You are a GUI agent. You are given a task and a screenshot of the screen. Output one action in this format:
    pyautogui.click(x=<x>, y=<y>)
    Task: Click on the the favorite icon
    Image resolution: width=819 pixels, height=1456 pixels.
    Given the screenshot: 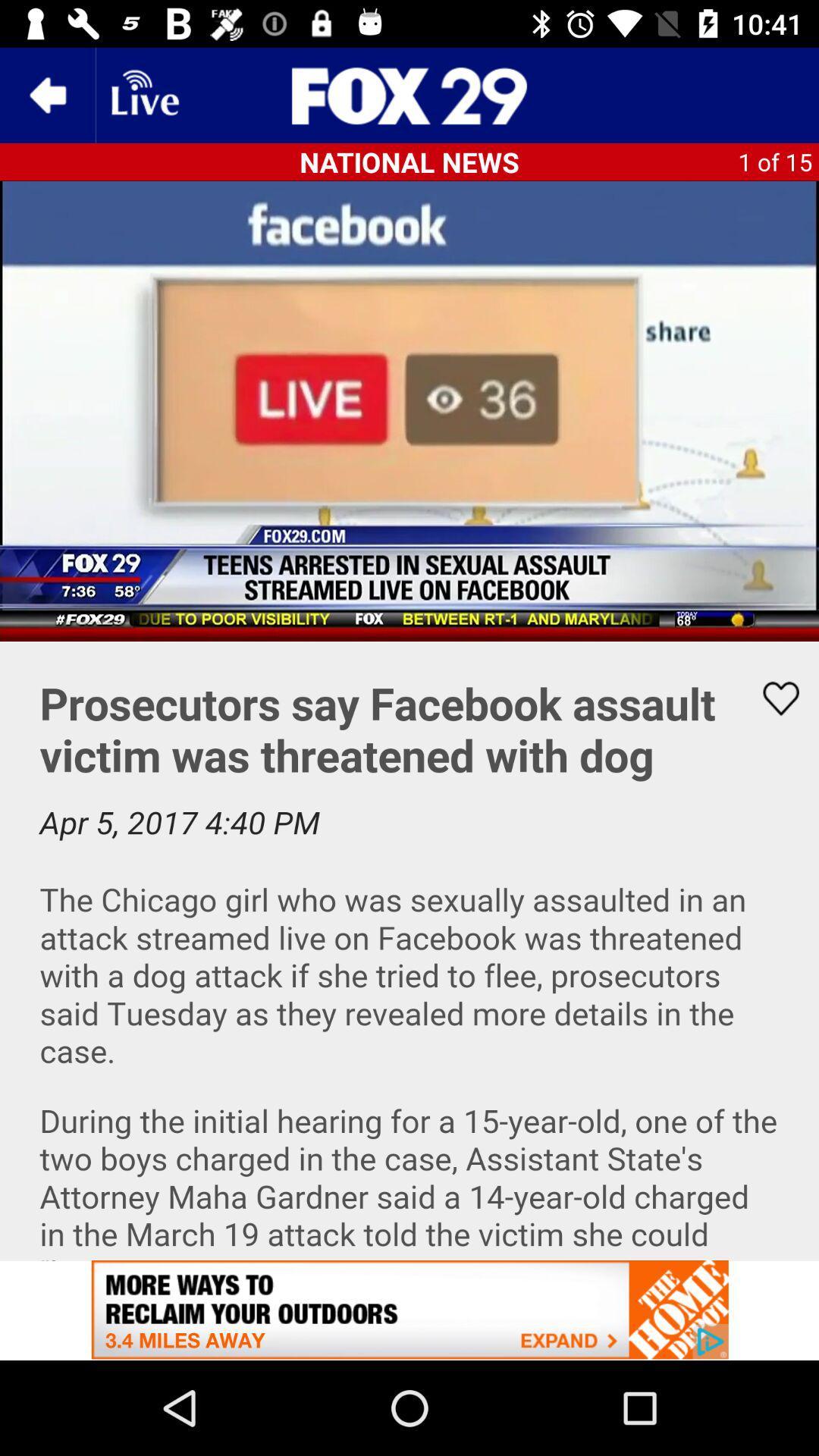 What is the action you would take?
    pyautogui.click(x=771, y=698)
    